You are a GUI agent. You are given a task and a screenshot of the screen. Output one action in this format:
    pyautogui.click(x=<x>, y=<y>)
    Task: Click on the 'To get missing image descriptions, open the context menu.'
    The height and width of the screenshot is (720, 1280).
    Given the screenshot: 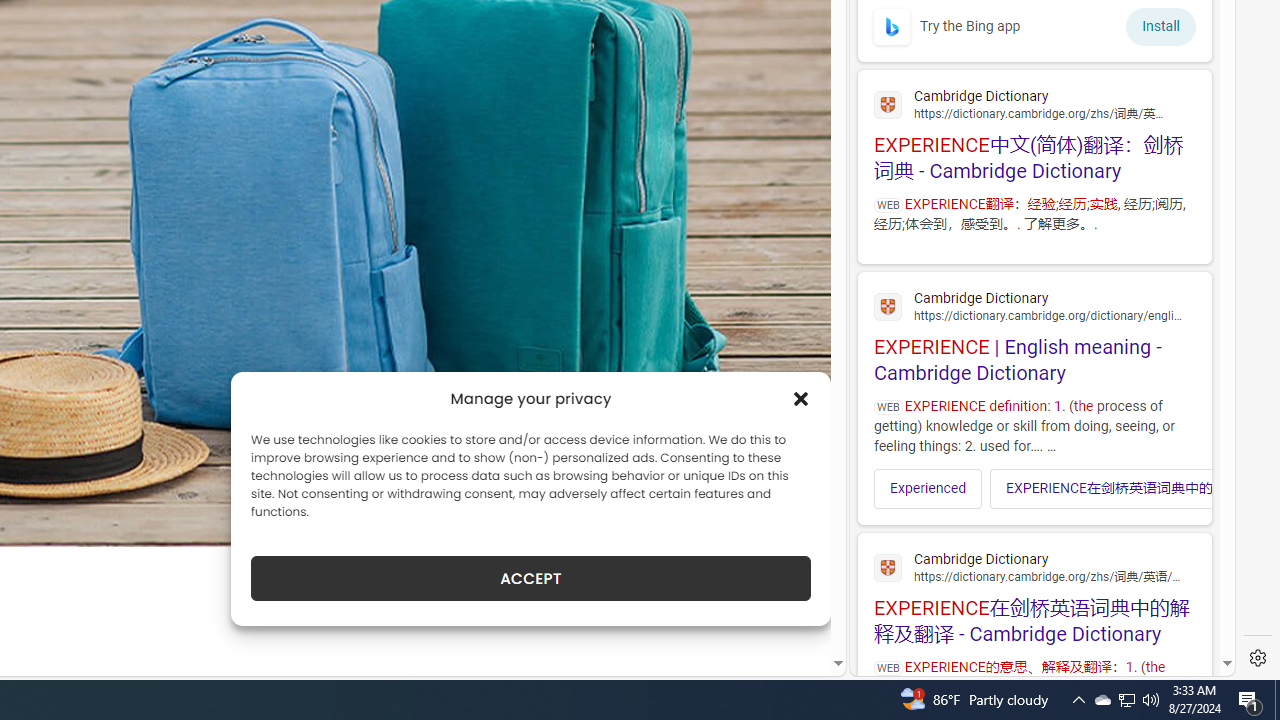 What is the action you would take?
    pyautogui.click(x=891, y=26)
    